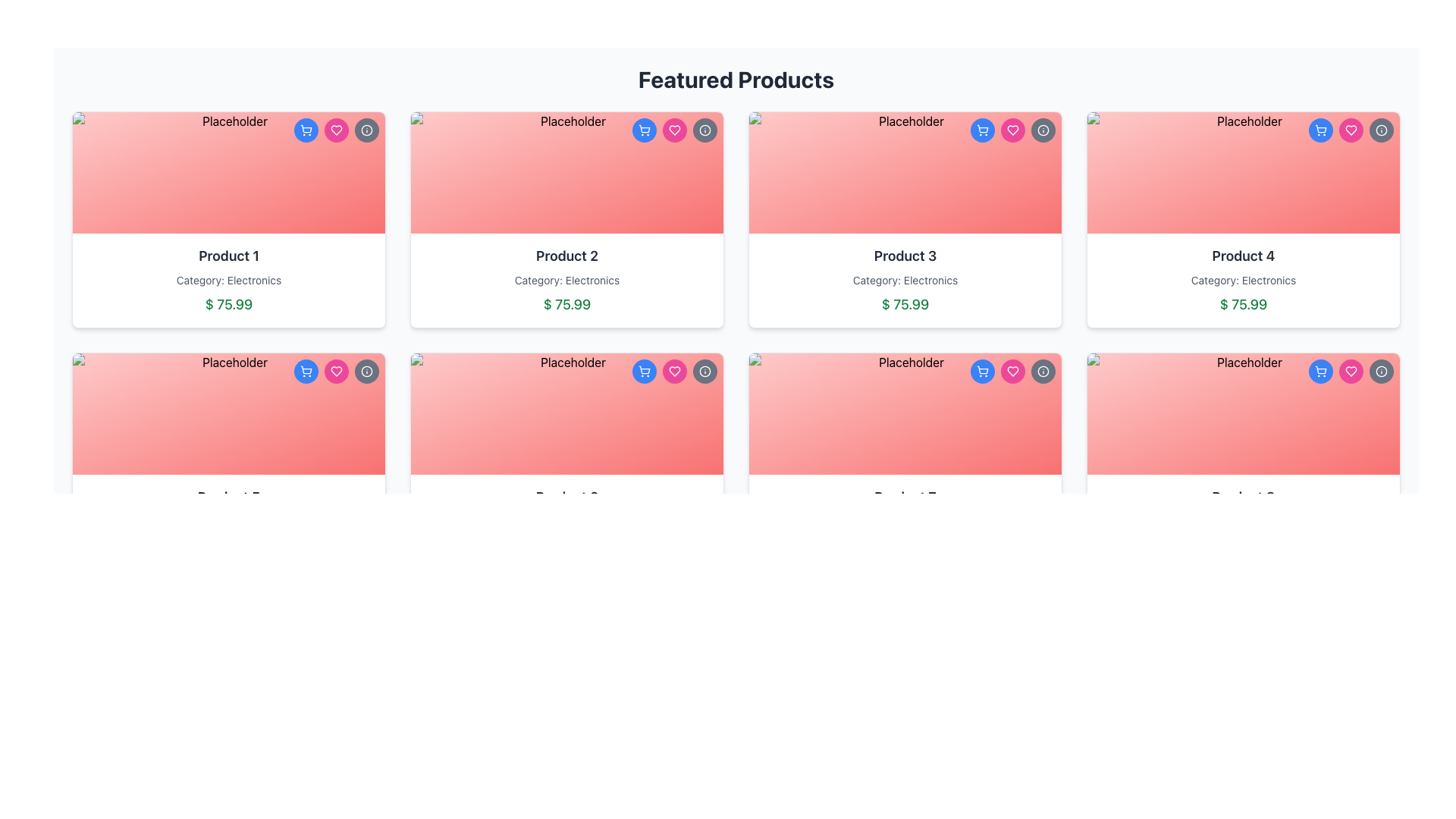 This screenshot has width=1456, height=819. I want to click on the informational icon button located in the top-right corner of the Product 2 card, so click(704, 130).